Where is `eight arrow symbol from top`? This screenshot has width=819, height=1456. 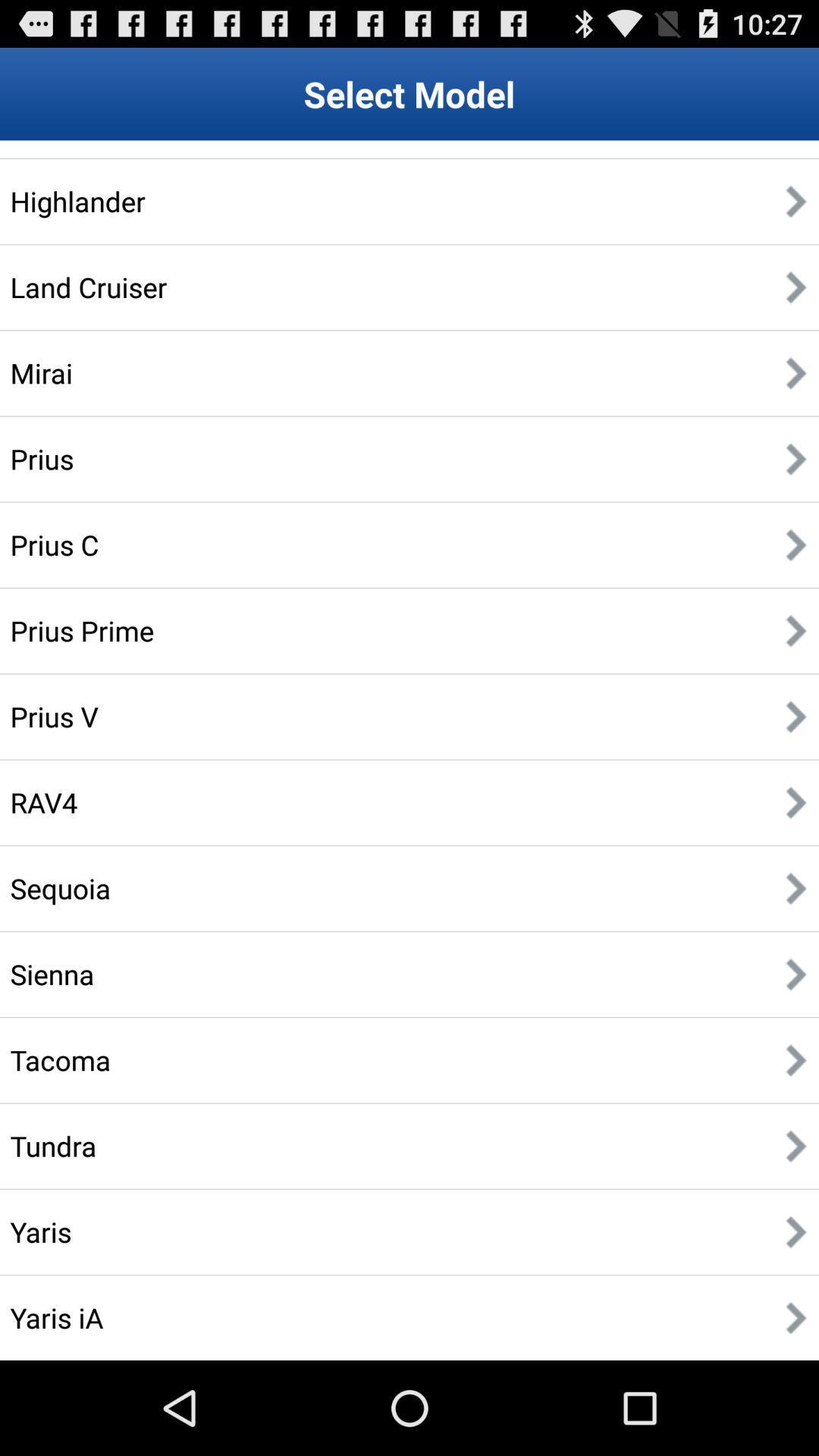
eight arrow symbol from top is located at coordinates (795, 802).